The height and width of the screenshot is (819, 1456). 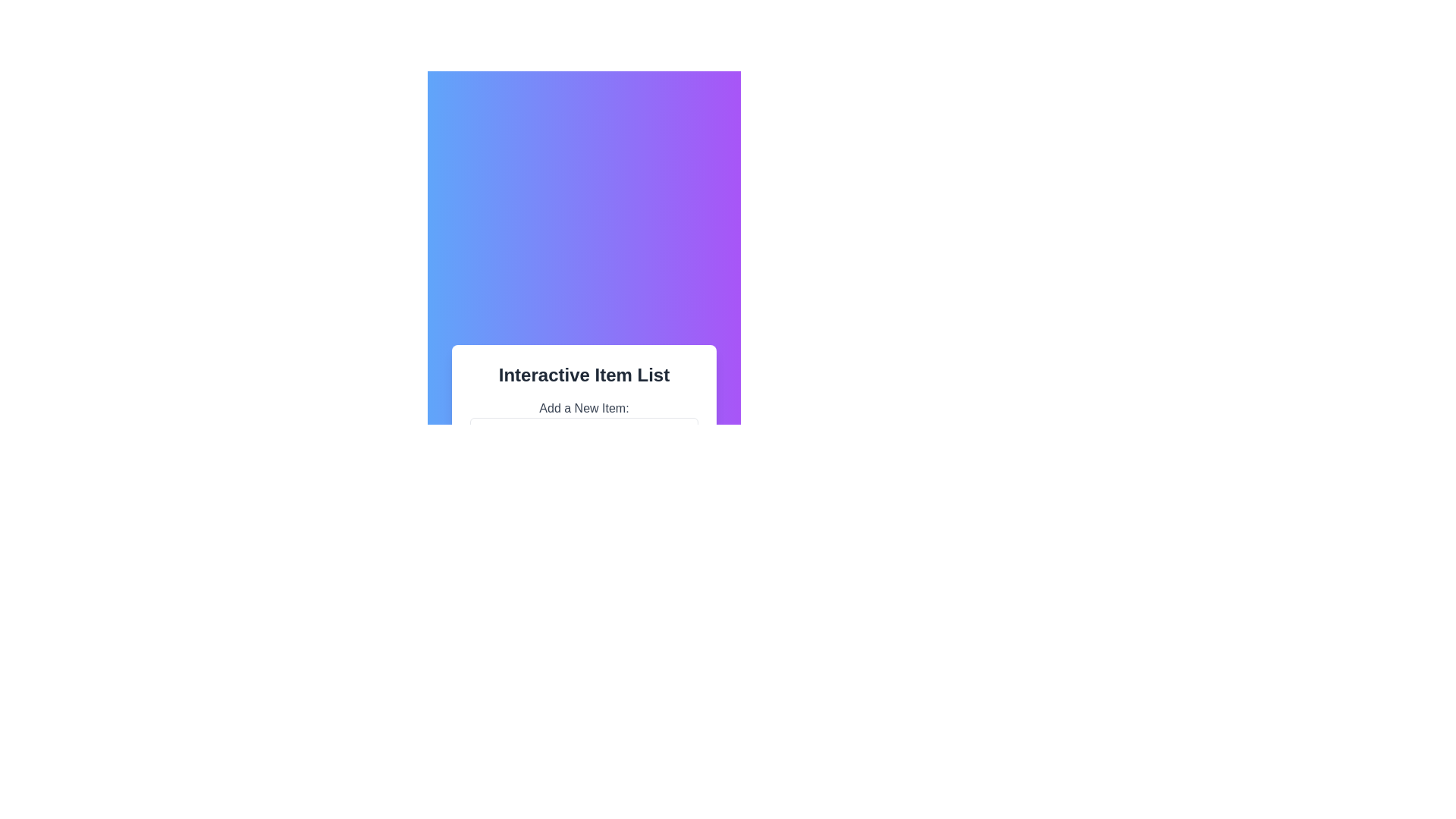 What do you see at coordinates (583, 375) in the screenshot?
I see `the non-interactive heading located at the top of the white card-like component, which informs users of the purpose or contents of the interactive components below` at bounding box center [583, 375].